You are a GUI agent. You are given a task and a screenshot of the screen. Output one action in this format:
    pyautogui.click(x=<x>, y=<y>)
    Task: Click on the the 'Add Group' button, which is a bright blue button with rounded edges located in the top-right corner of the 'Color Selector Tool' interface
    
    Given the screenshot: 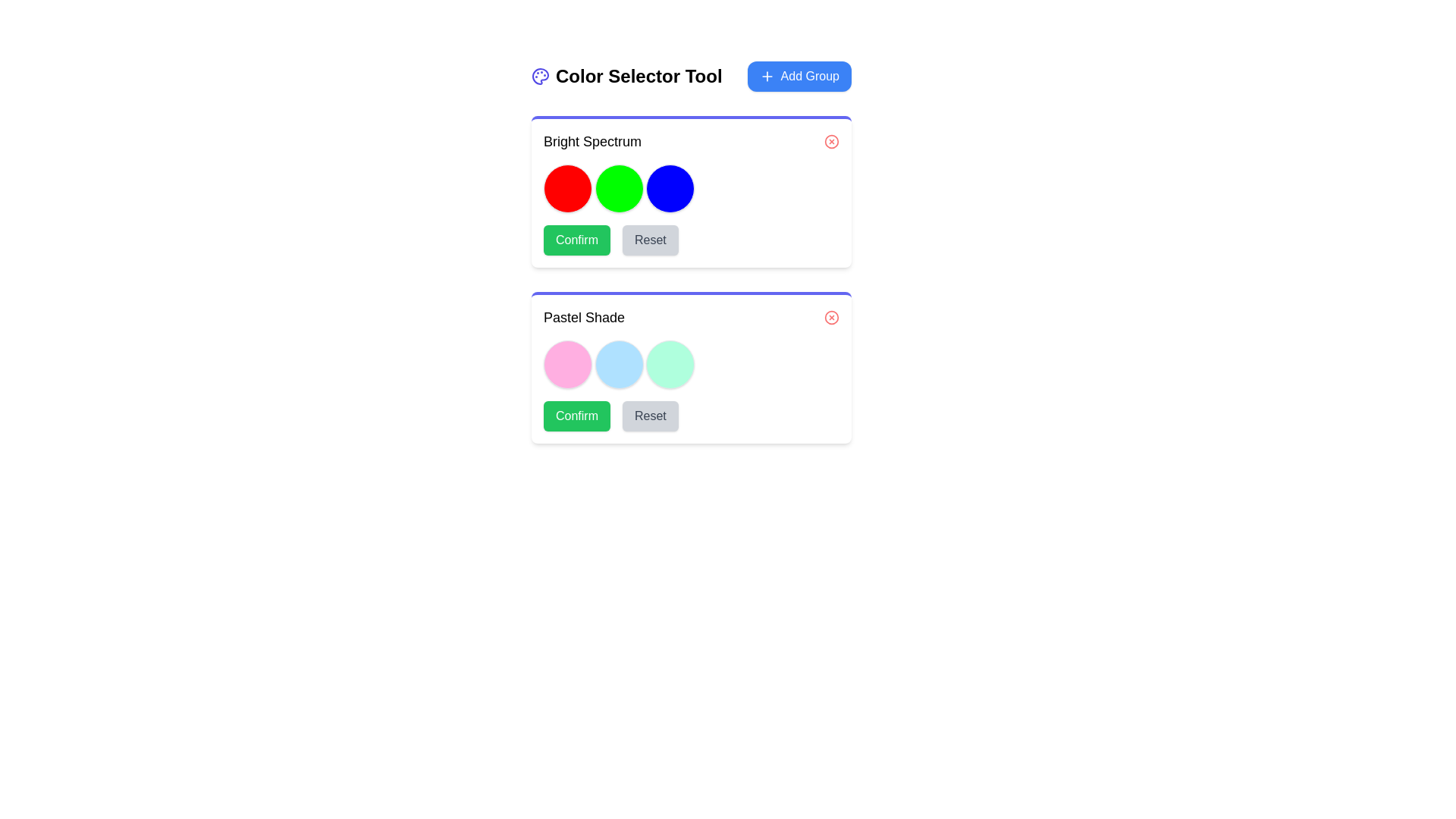 What is the action you would take?
    pyautogui.click(x=799, y=76)
    